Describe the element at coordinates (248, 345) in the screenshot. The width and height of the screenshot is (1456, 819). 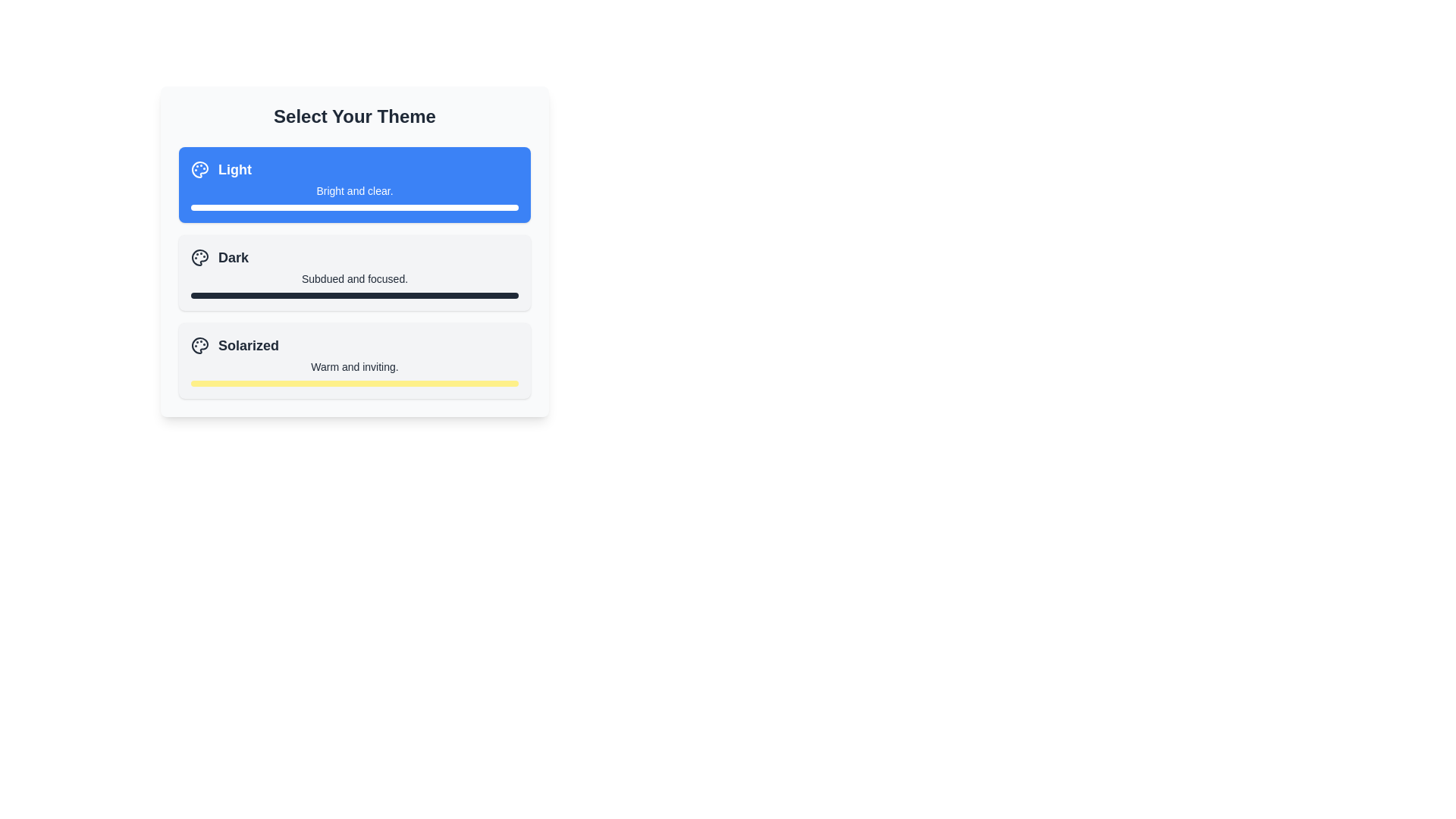
I see `the 'Solarized' label, which is a bold text element prominently displayed in the third section under 'Select Your Theme'` at that location.